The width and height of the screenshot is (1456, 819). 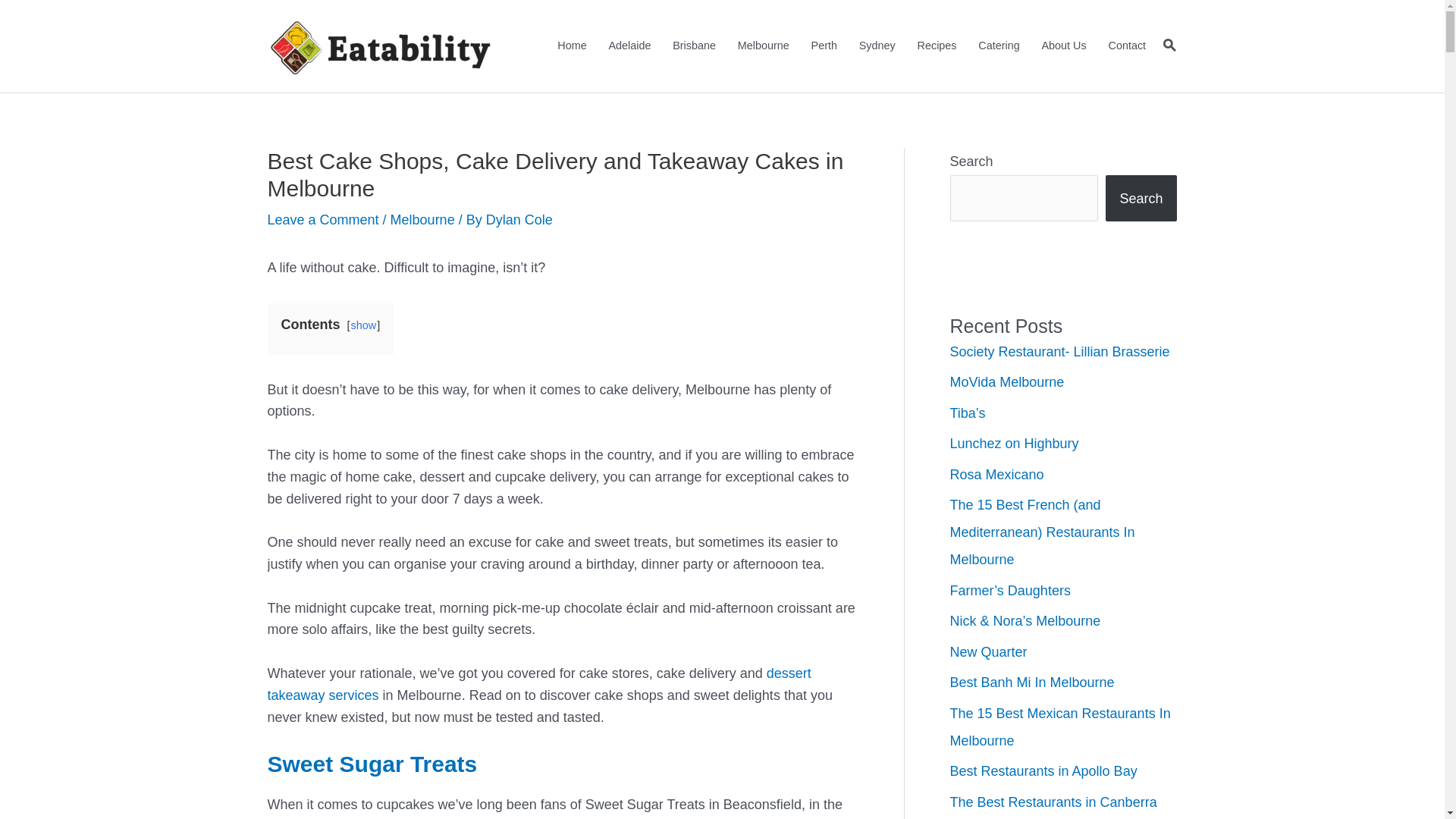 What do you see at coordinates (303, 764) in the screenshot?
I see `'Sweet'` at bounding box center [303, 764].